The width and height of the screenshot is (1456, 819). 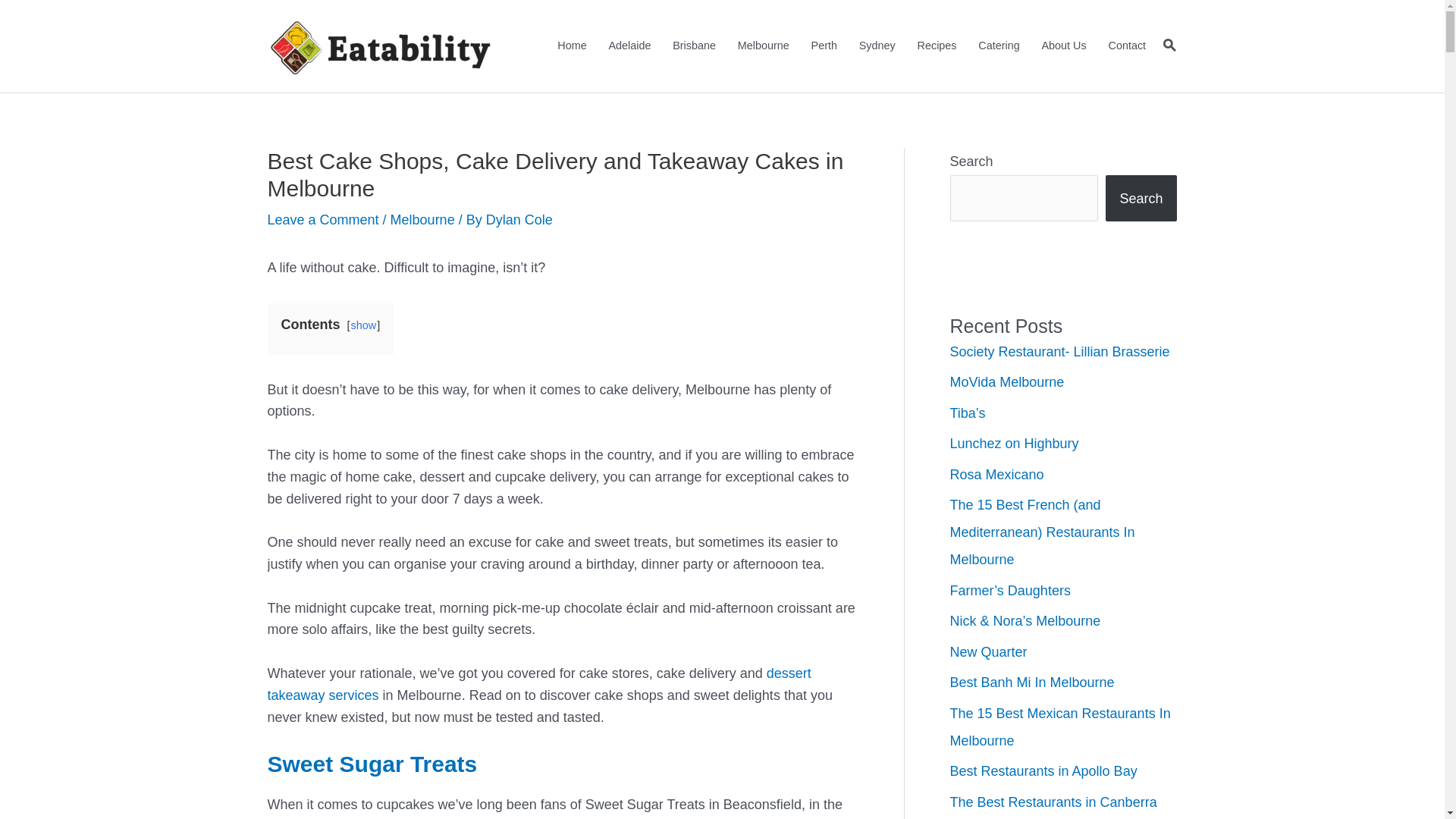 What do you see at coordinates (303, 764) in the screenshot?
I see `'Sweet'` at bounding box center [303, 764].